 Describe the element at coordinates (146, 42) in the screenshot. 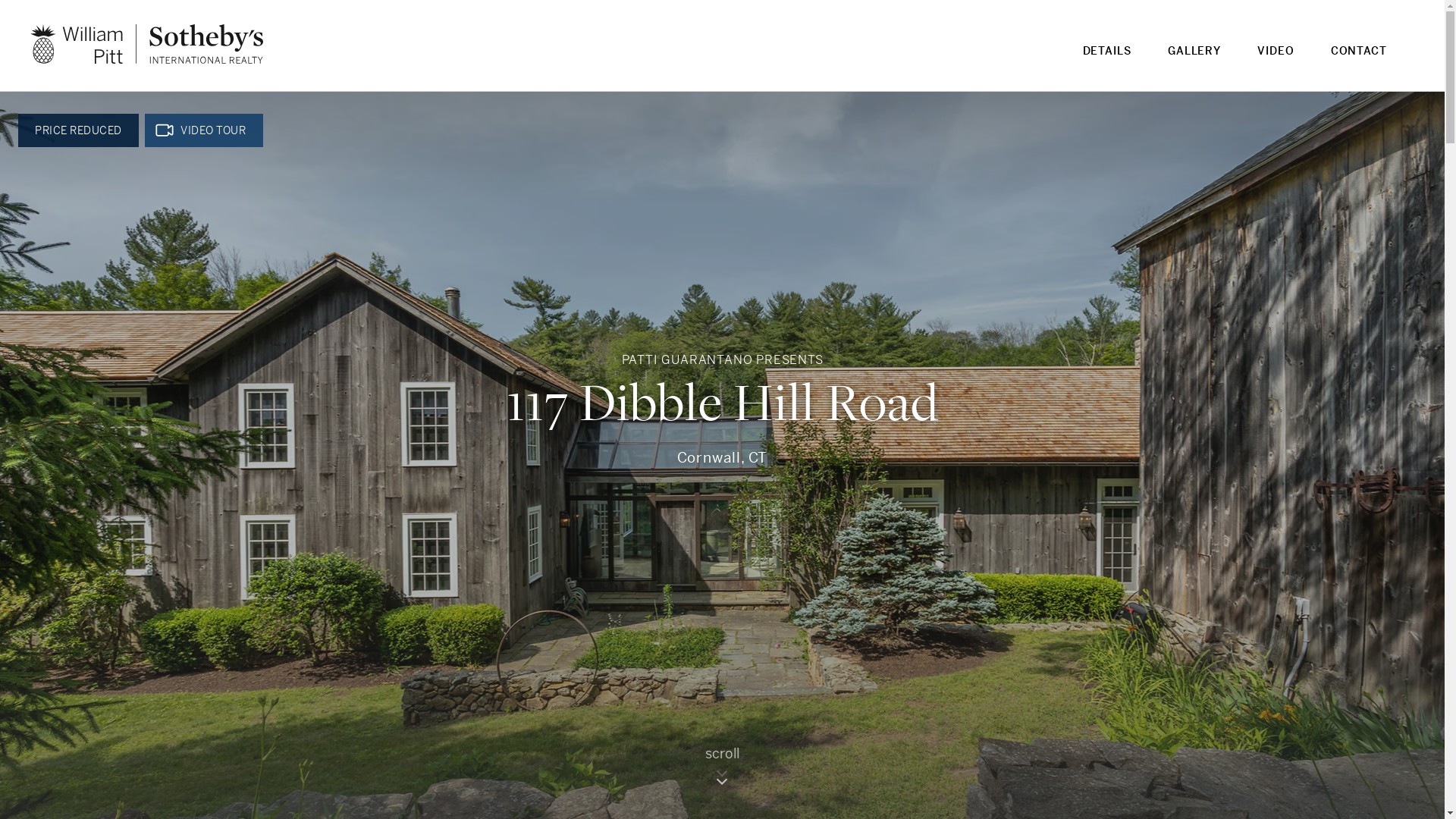

I see `'William Pitt SIR'` at that location.